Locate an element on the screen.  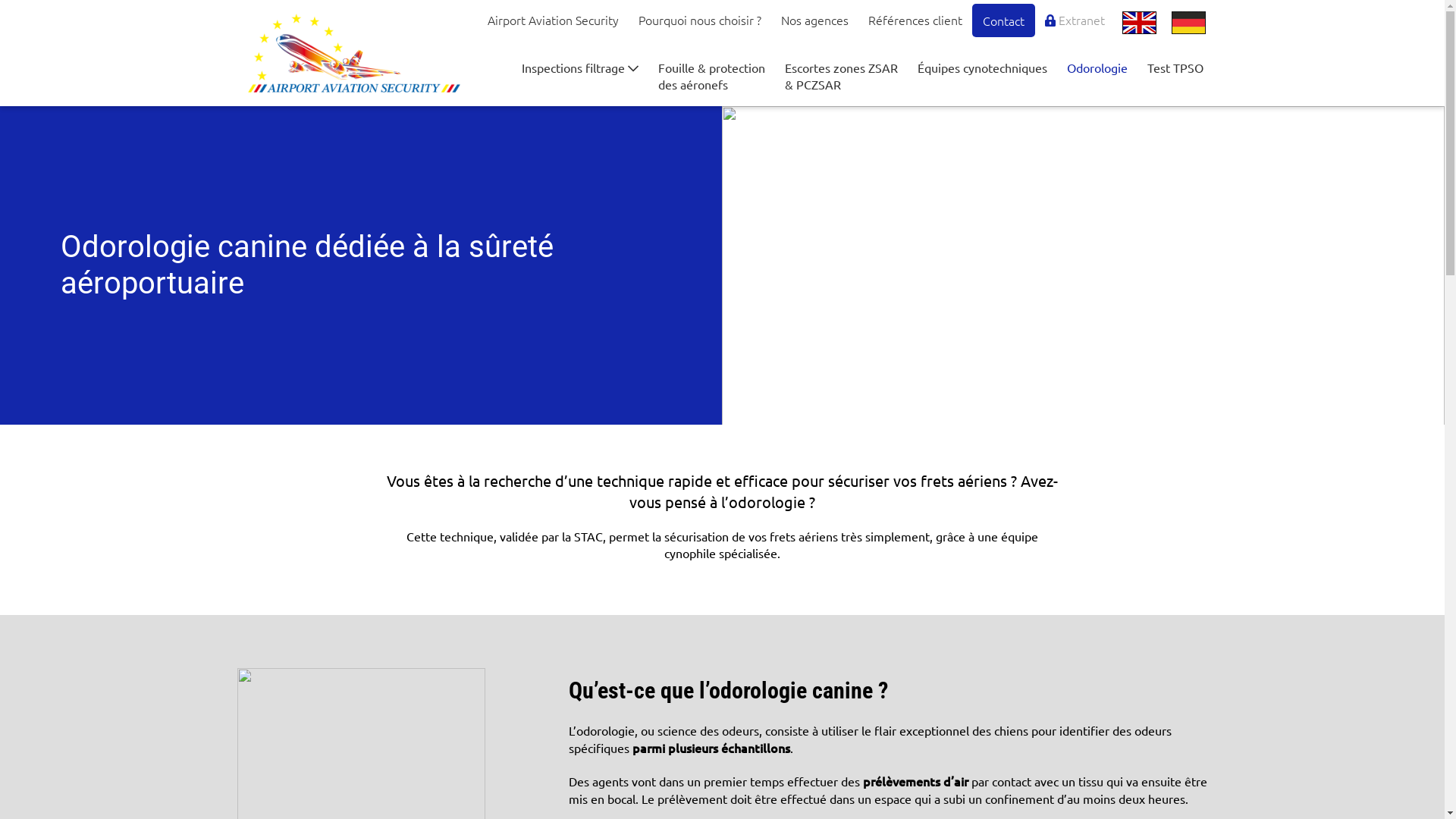
'Extranet' is located at coordinates (1074, 20).